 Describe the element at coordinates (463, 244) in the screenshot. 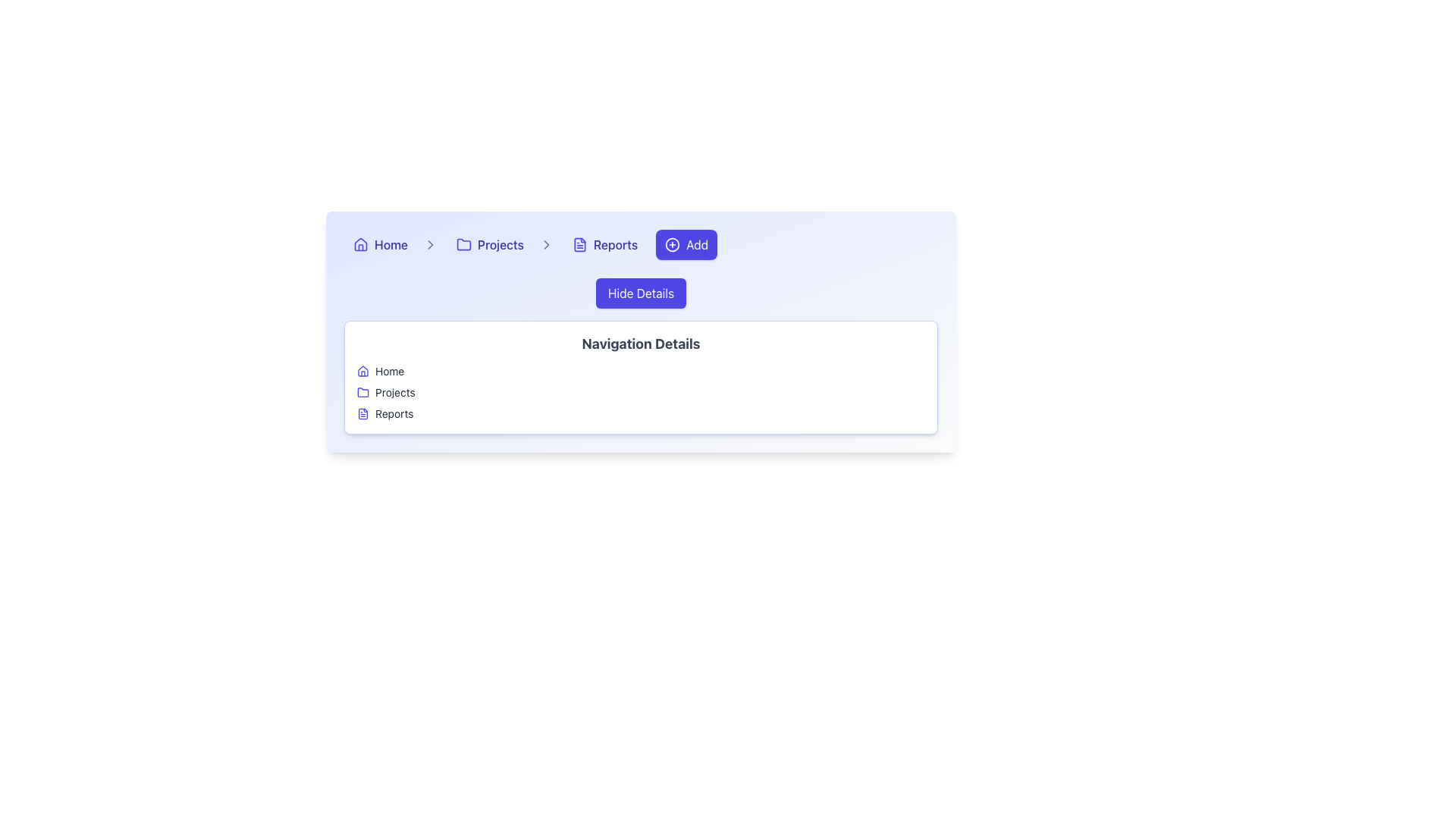

I see `the 'Projects' icon in the breadcrumb navigation` at that location.